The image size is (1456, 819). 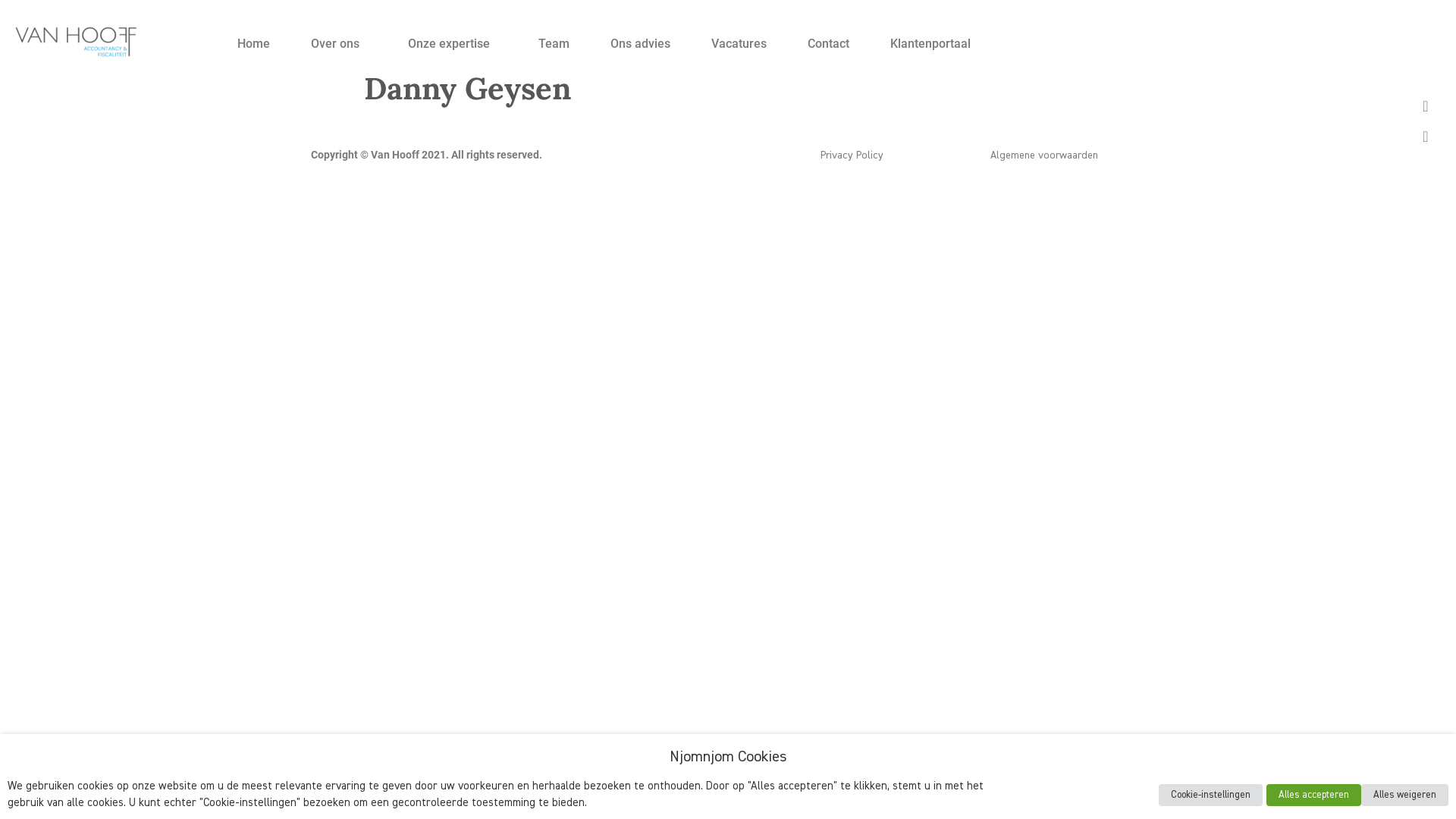 I want to click on 'Ons advies', so click(x=640, y=42).